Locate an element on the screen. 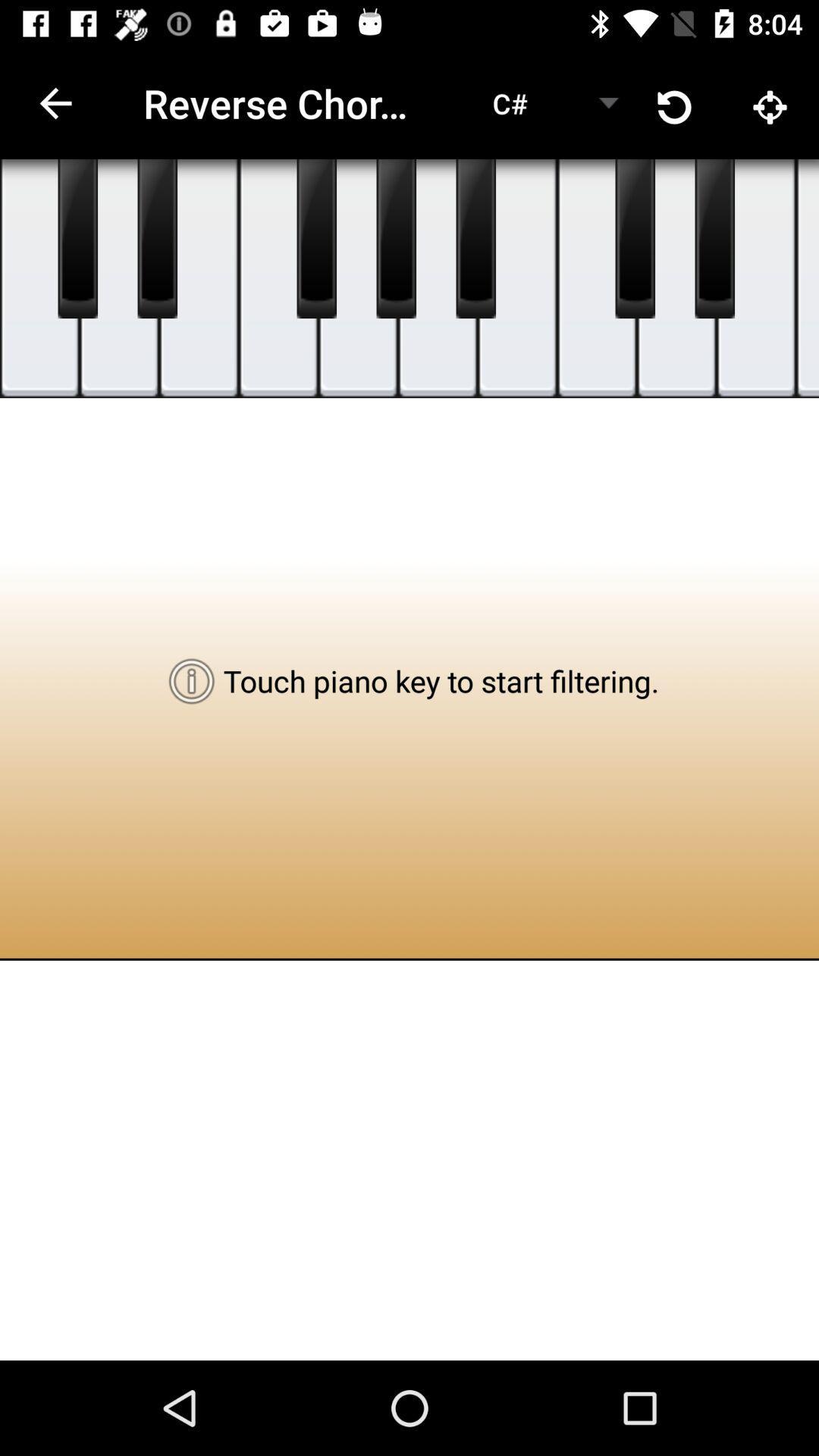 This screenshot has height=1456, width=819. note on piano is located at coordinates (278, 278).